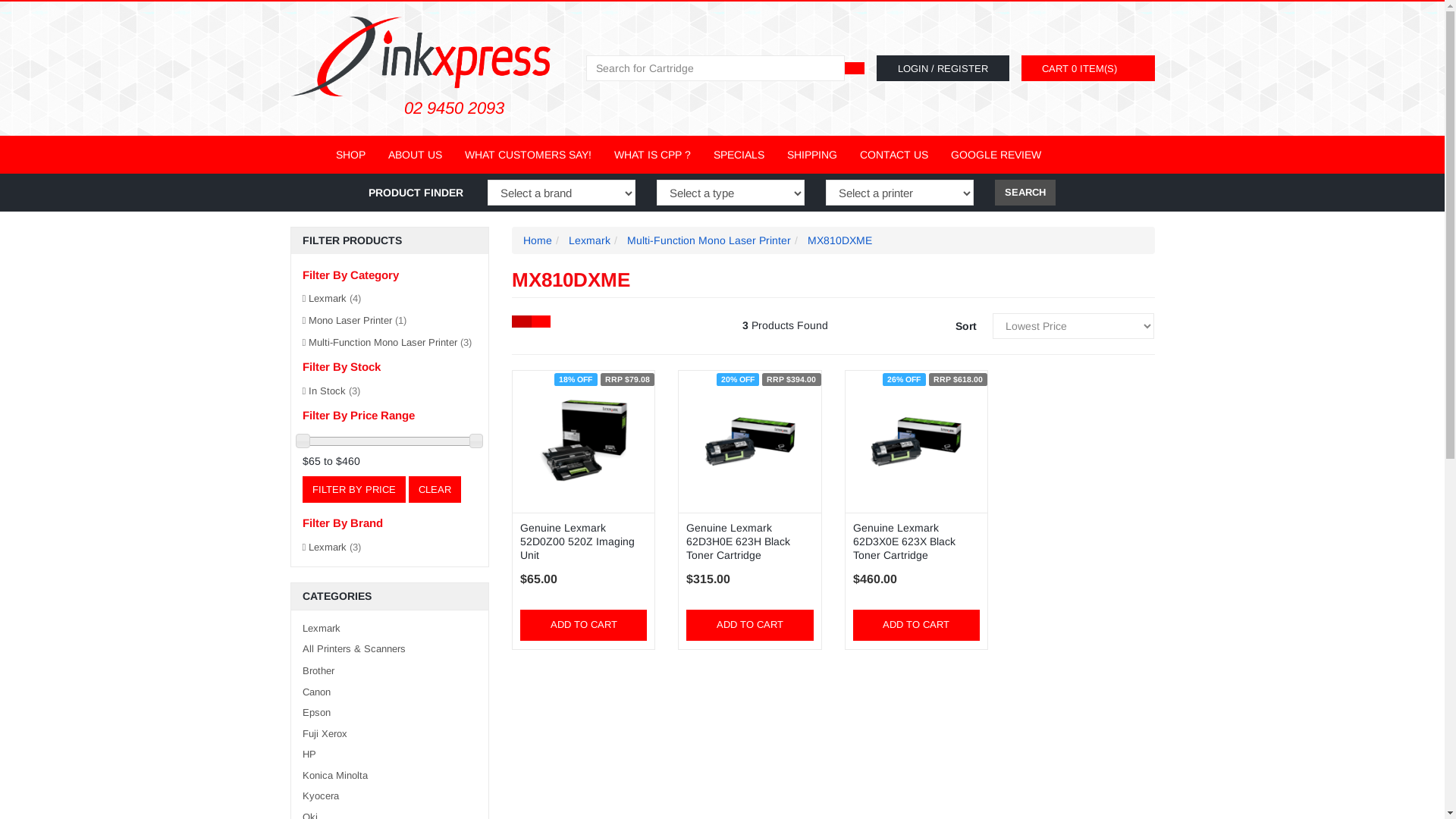 This screenshot has height=819, width=1456. Describe the element at coordinates (291, 629) in the screenshot. I see `'Lexmark'` at that location.